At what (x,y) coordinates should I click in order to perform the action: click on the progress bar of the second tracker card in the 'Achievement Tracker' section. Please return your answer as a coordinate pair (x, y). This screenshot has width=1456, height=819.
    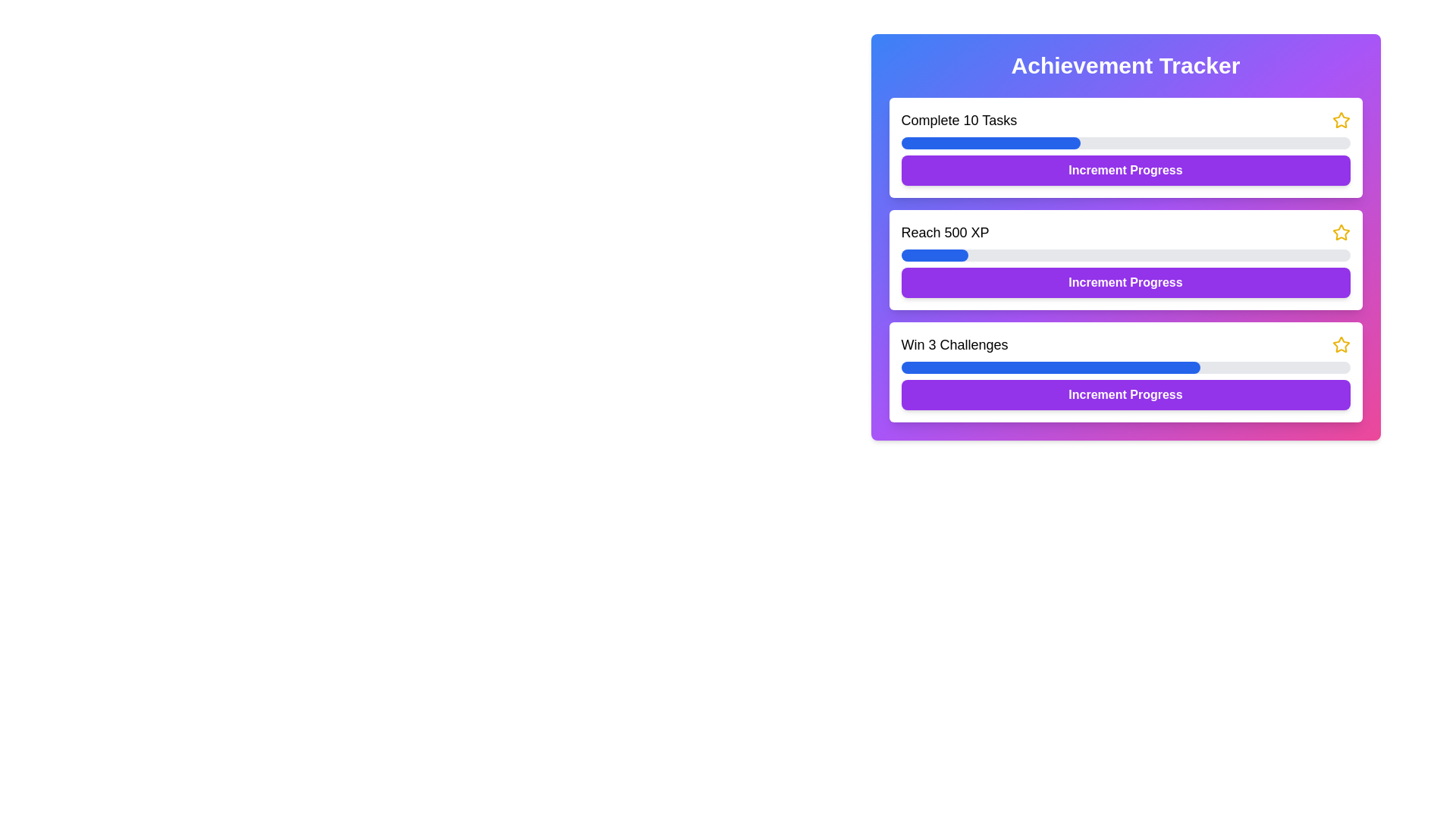
    Looking at the image, I should click on (1125, 259).